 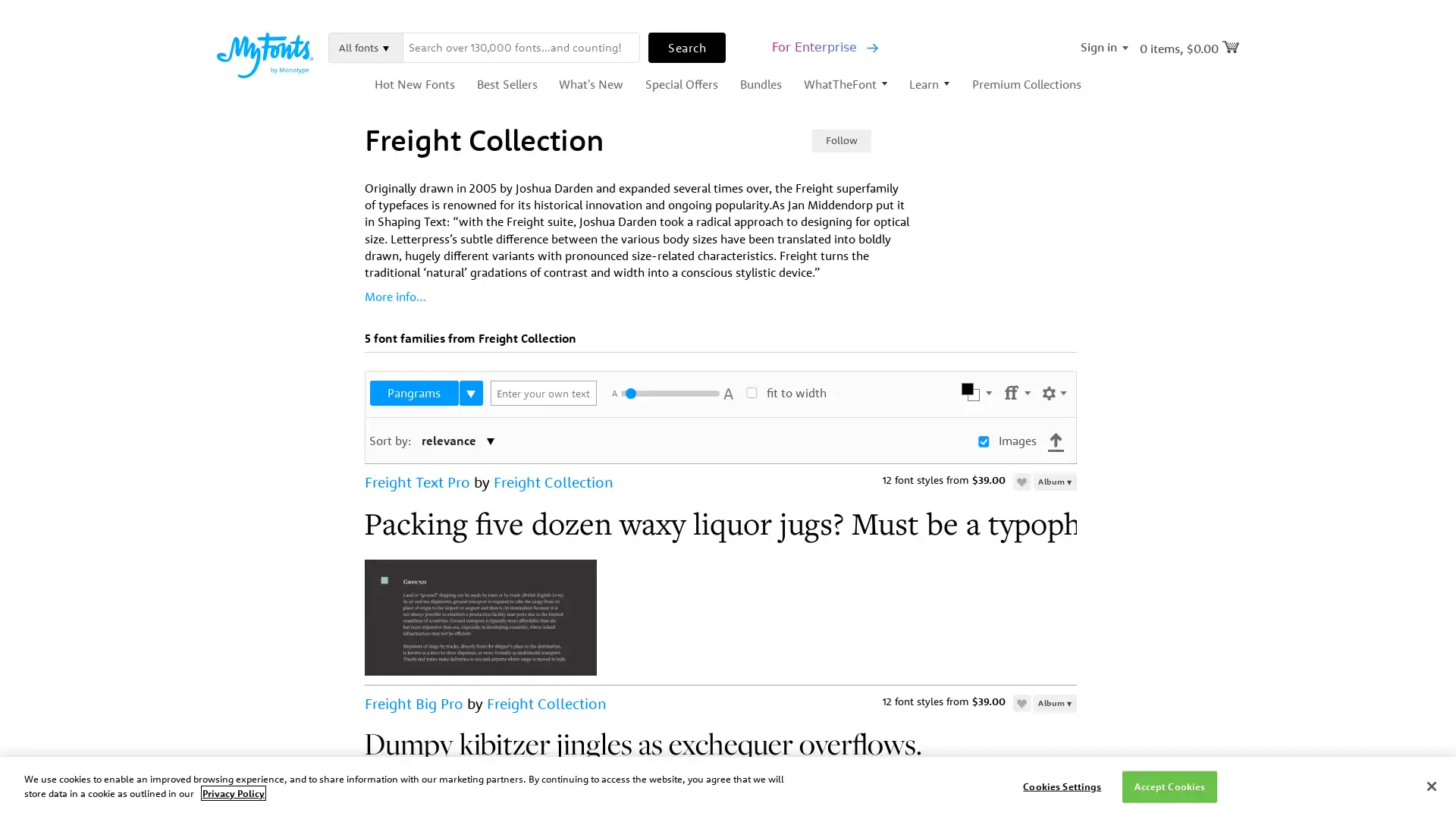 I want to click on Album, so click(x=1054, y=482).